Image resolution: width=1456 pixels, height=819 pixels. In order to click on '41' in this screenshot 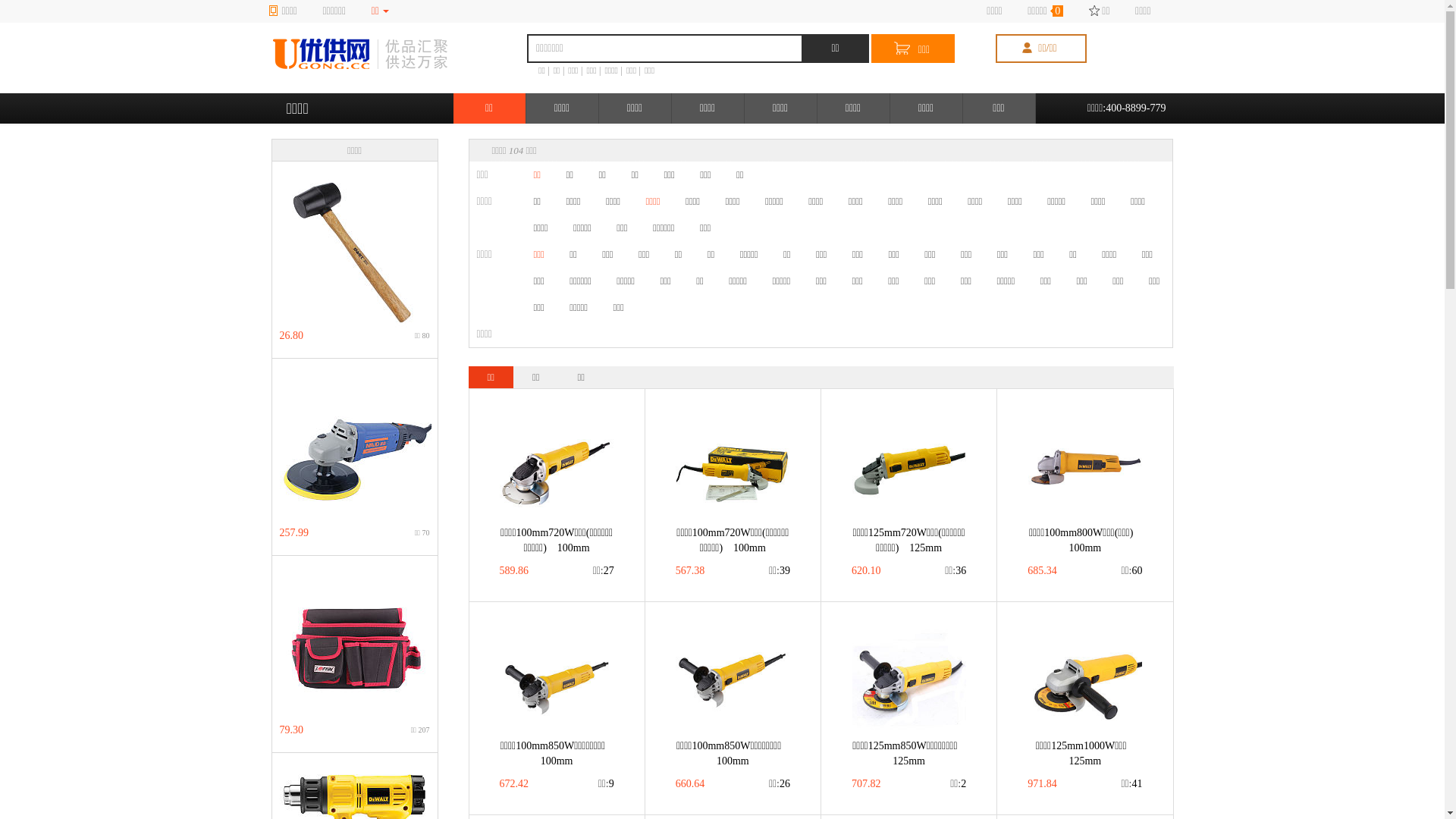, I will do `click(1121, 783)`.